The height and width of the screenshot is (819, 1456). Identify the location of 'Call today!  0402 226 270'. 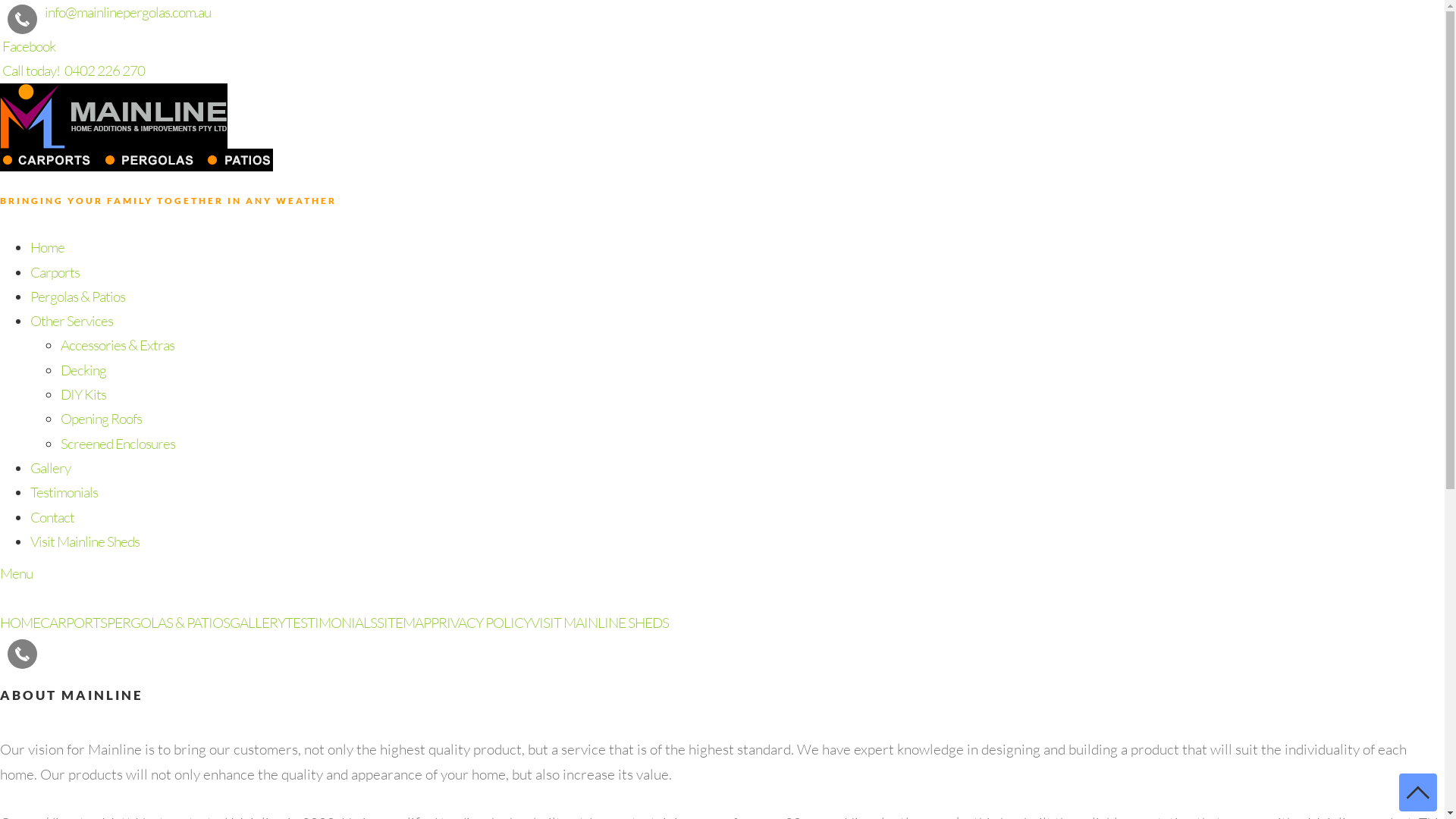
(72, 70).